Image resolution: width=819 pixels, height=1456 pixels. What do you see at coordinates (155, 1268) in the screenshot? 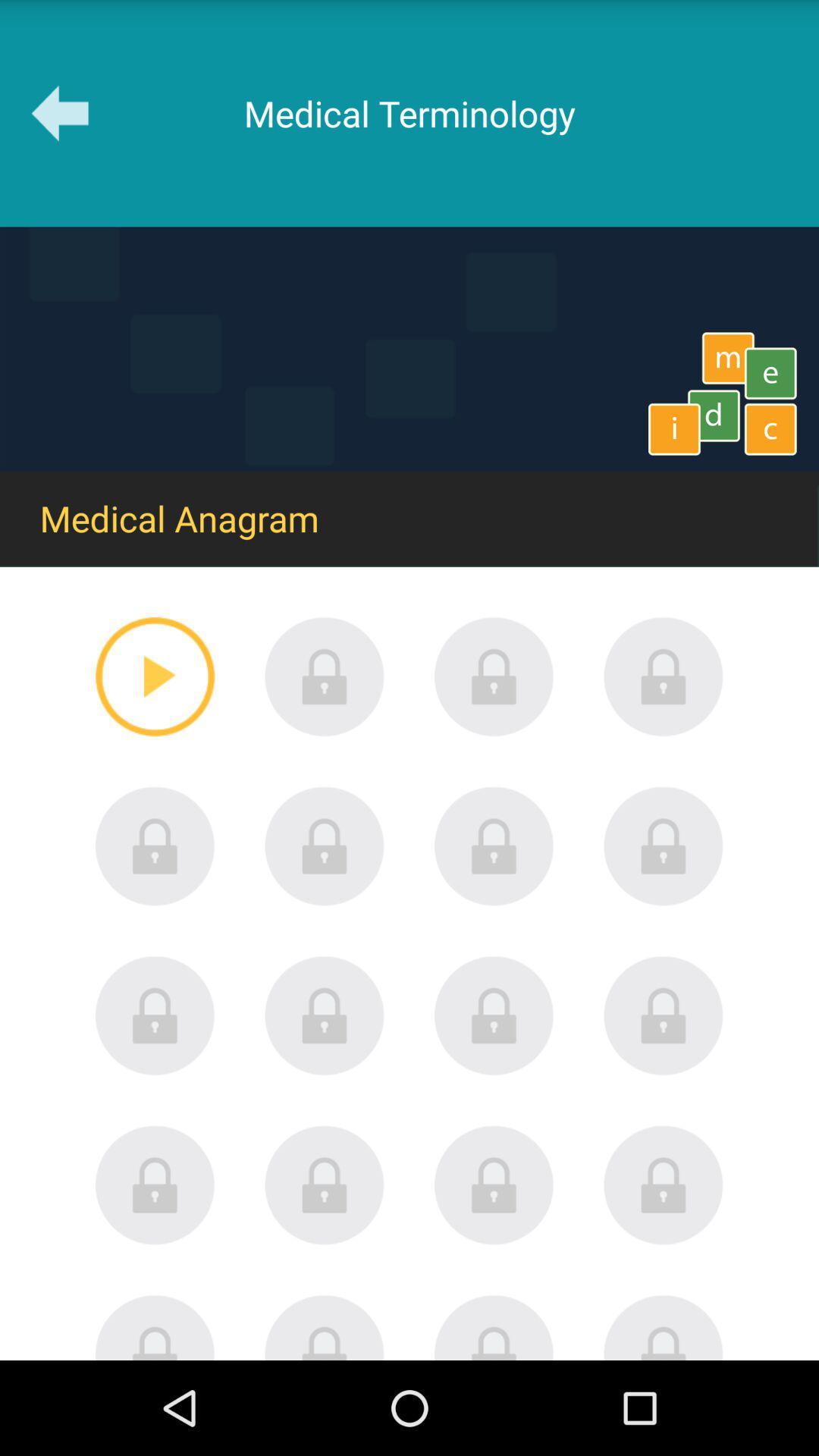
I see `the lock icon` at bounding box center [155, 1268].